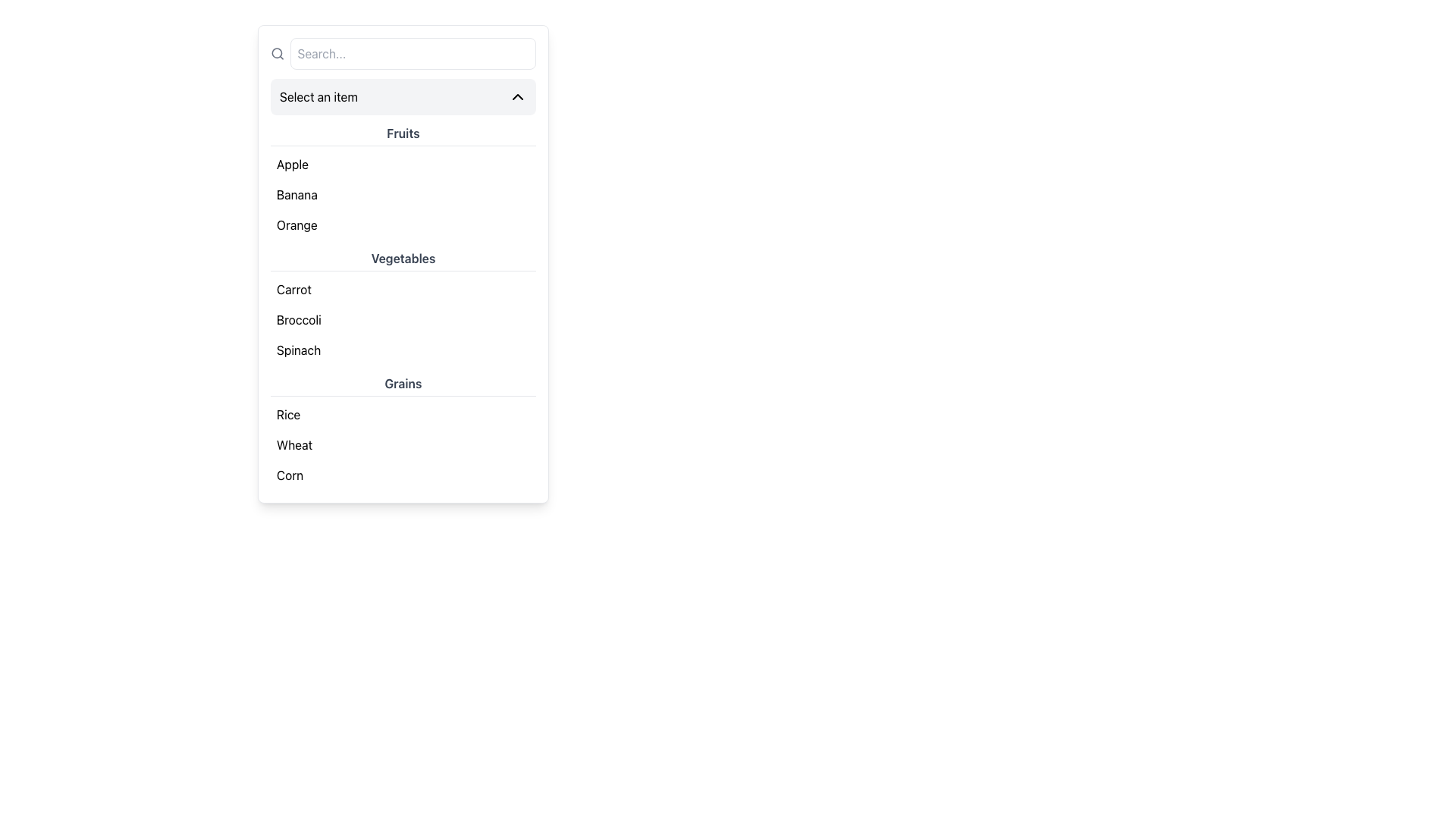 Image resolution: width=1456 pixels, height=819 pixels. I want to click on the 'Banana' item, so click(403, 181).